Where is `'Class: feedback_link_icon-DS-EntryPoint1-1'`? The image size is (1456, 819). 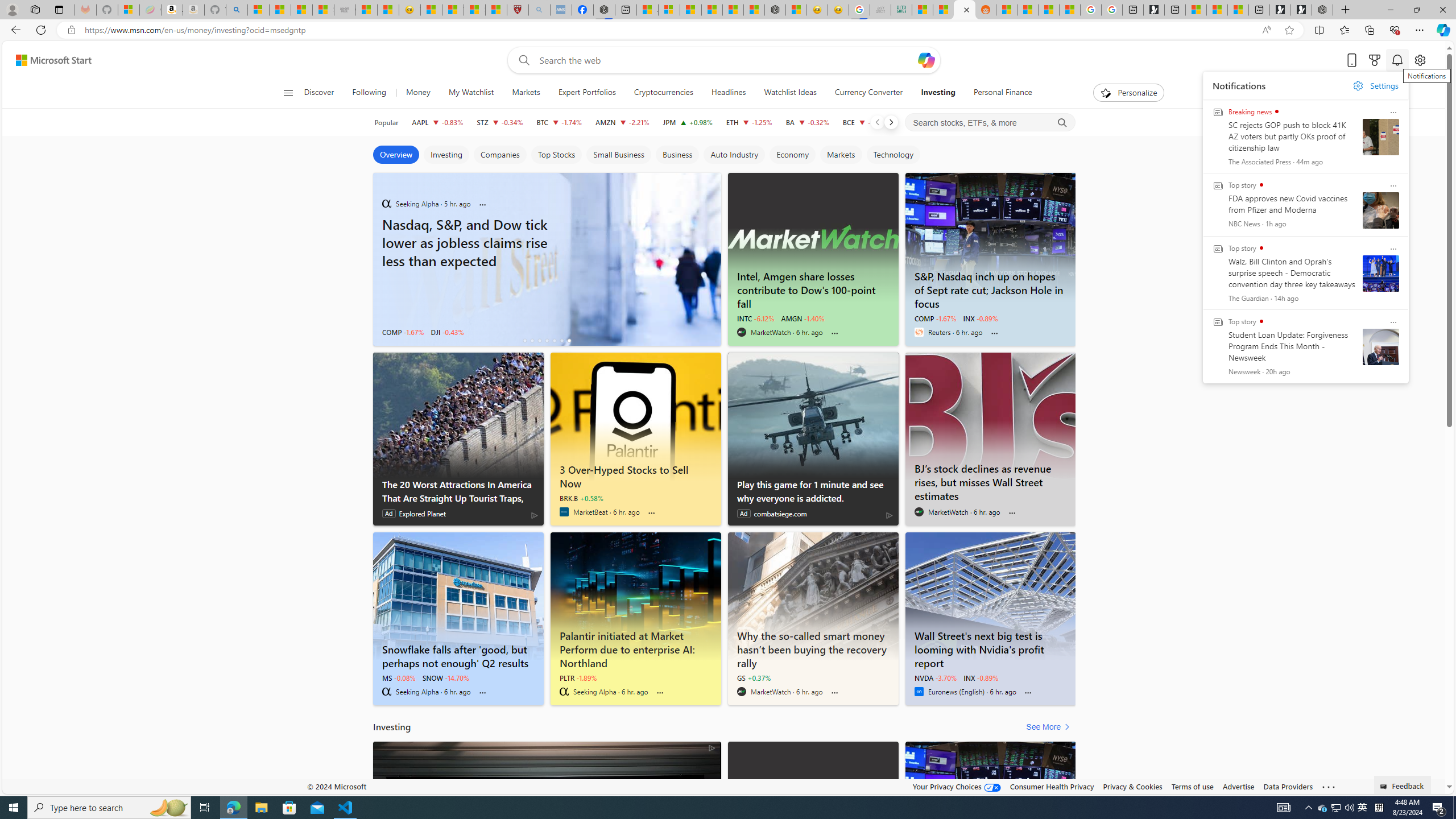 'Class: feedback_link_icon-DS-EntryPoint1-1' is located at coordinates (1384, 786).